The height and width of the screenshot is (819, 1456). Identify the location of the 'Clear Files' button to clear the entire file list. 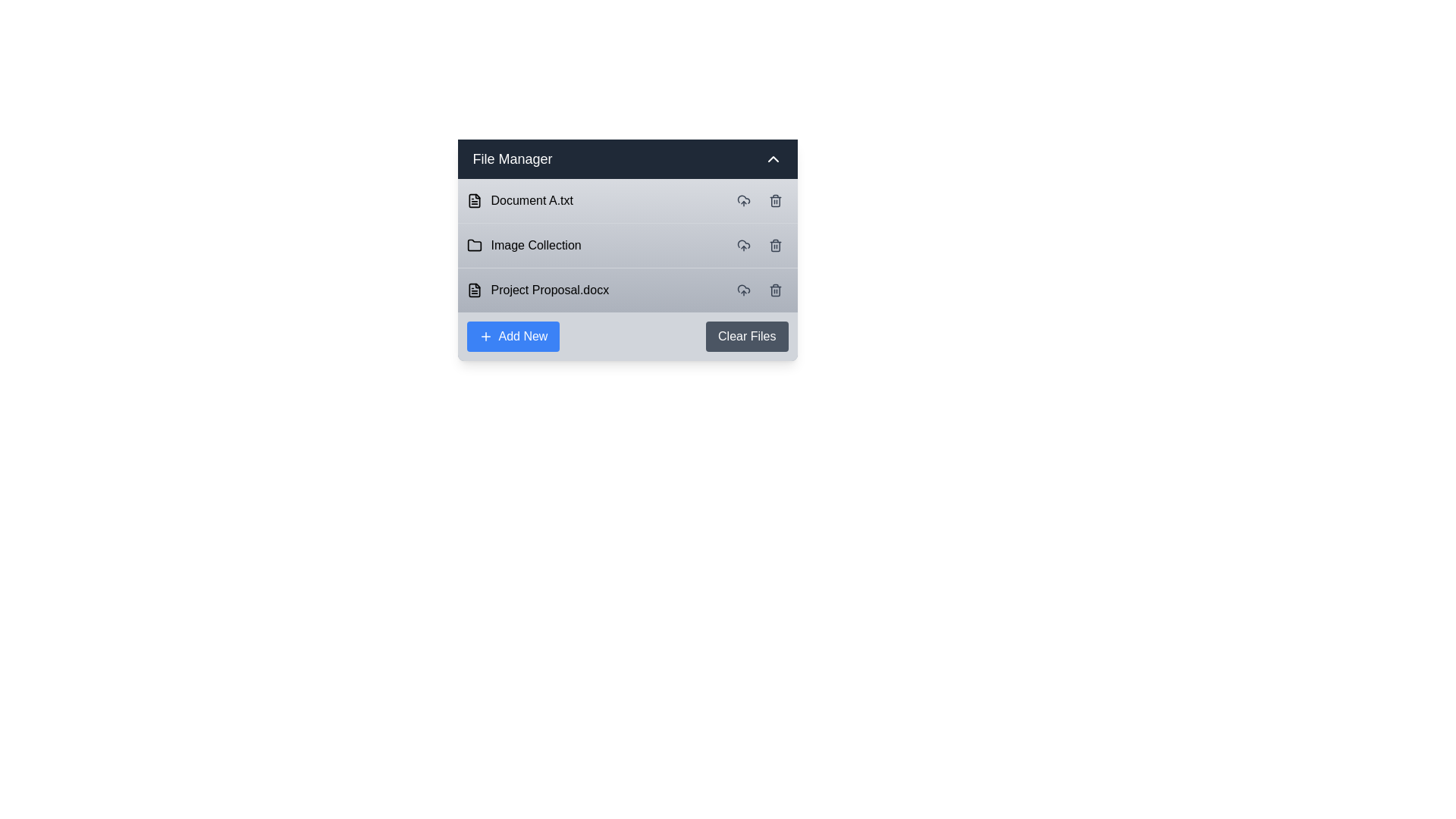
(746, 335).